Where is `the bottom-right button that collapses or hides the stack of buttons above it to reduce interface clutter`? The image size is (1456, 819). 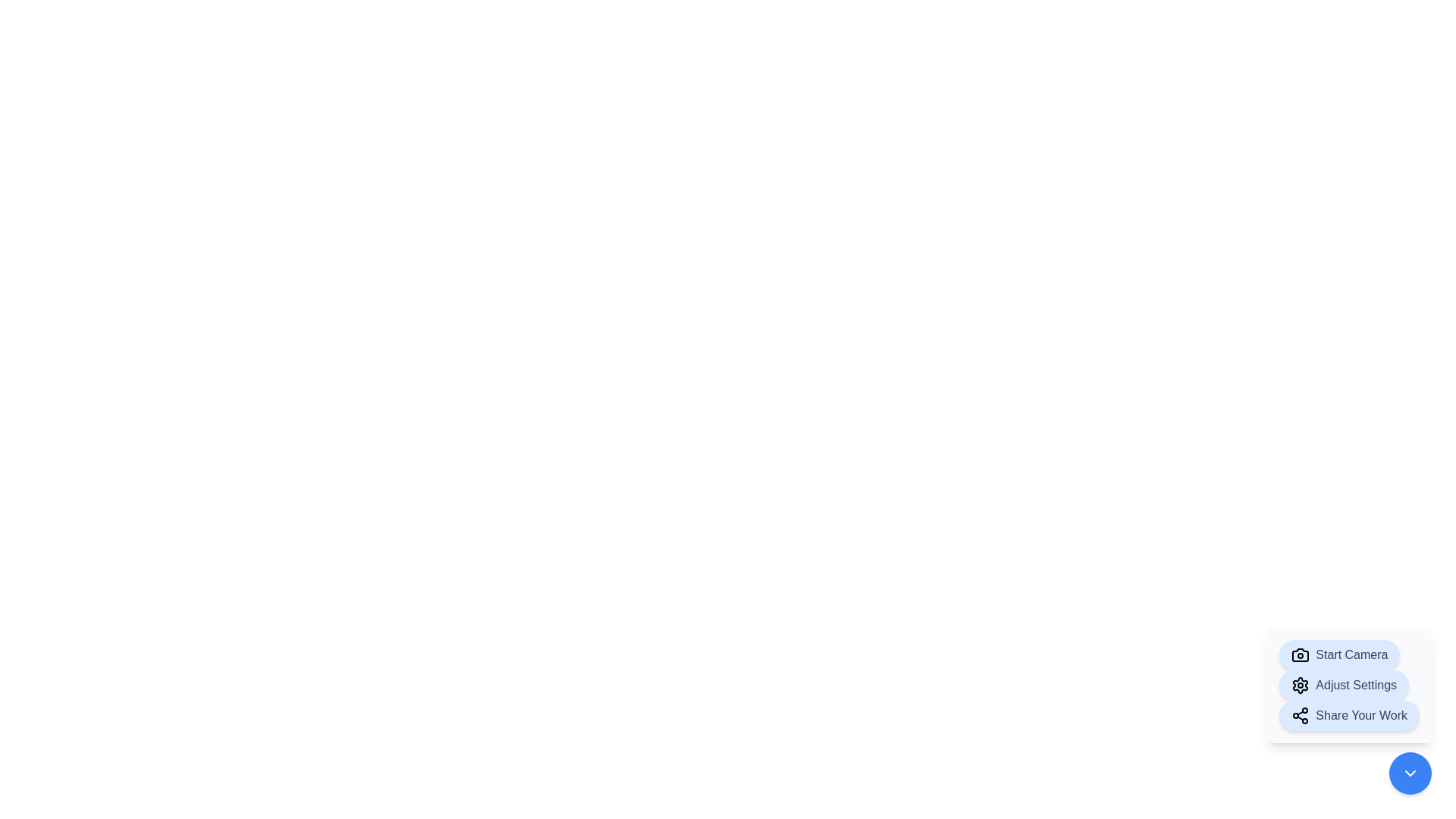
the bottom-right button that collapses or hides the stack of buttons above it to reduce interface clutter is located at coordinates (1410, 773).